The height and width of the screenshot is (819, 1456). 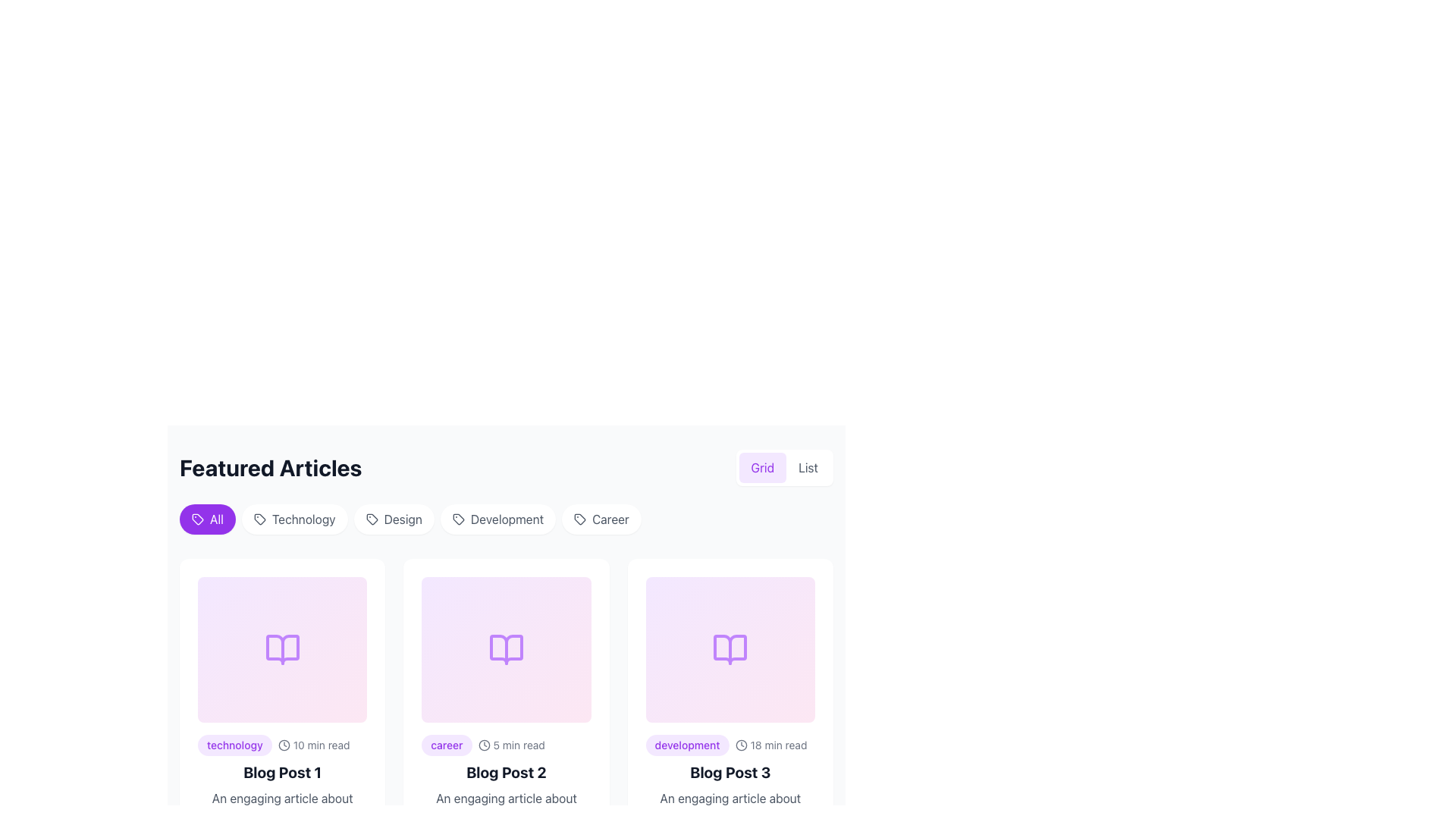 I want to click on the smaller circle at the center of the clock icon next to the '18 min read' text under 'Blog Post 3.', so click(x=741, y=745).